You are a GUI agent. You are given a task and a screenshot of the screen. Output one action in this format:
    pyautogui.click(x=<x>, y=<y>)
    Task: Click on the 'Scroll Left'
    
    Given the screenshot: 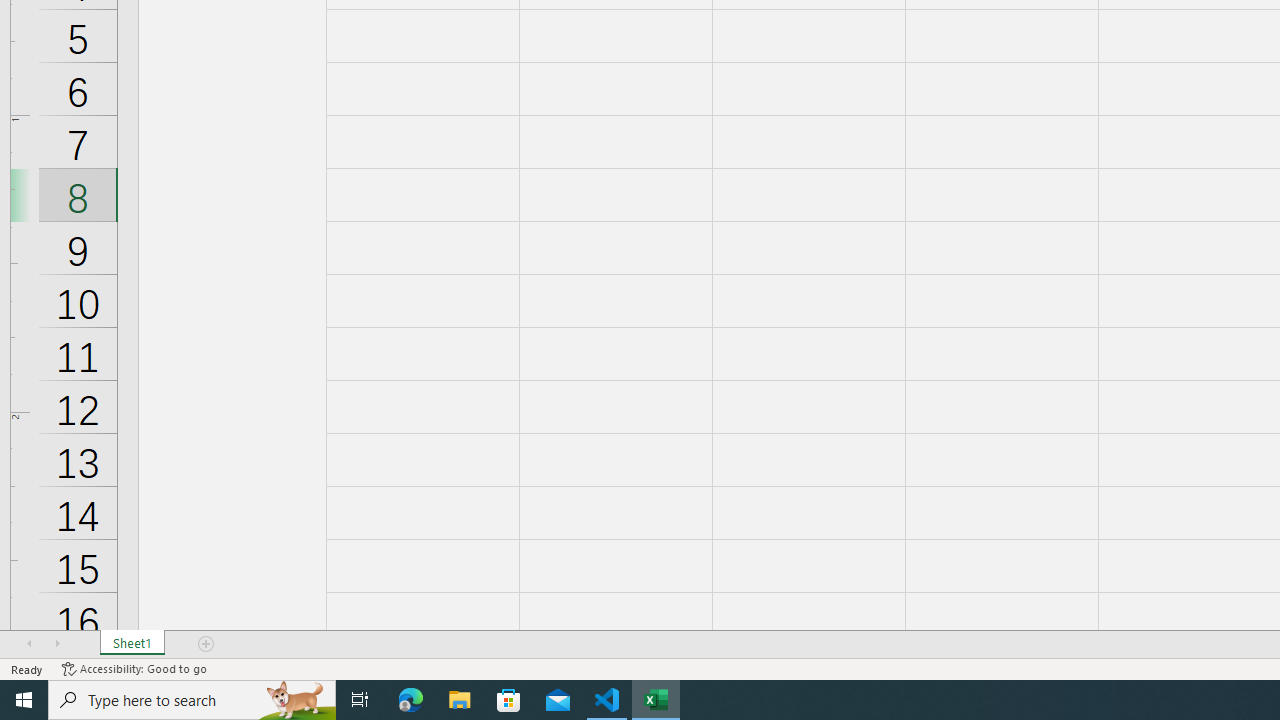 What is the action you would take?
    pyautogui.click(x=29, y=644)
    